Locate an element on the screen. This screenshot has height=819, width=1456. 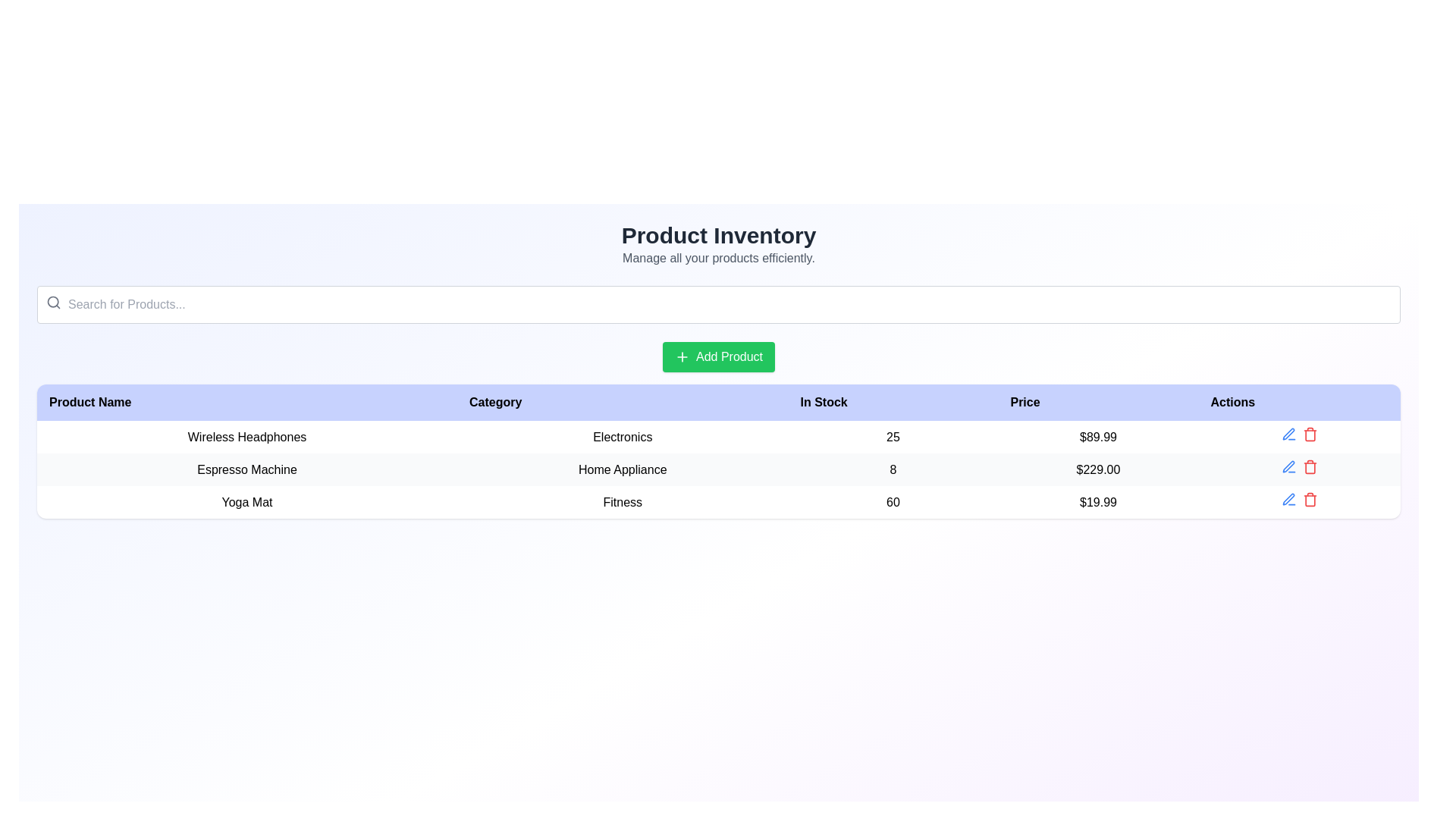
the delete icon located in the last row of the table under the 'Actions' column is located at coordinates (1309, 500).